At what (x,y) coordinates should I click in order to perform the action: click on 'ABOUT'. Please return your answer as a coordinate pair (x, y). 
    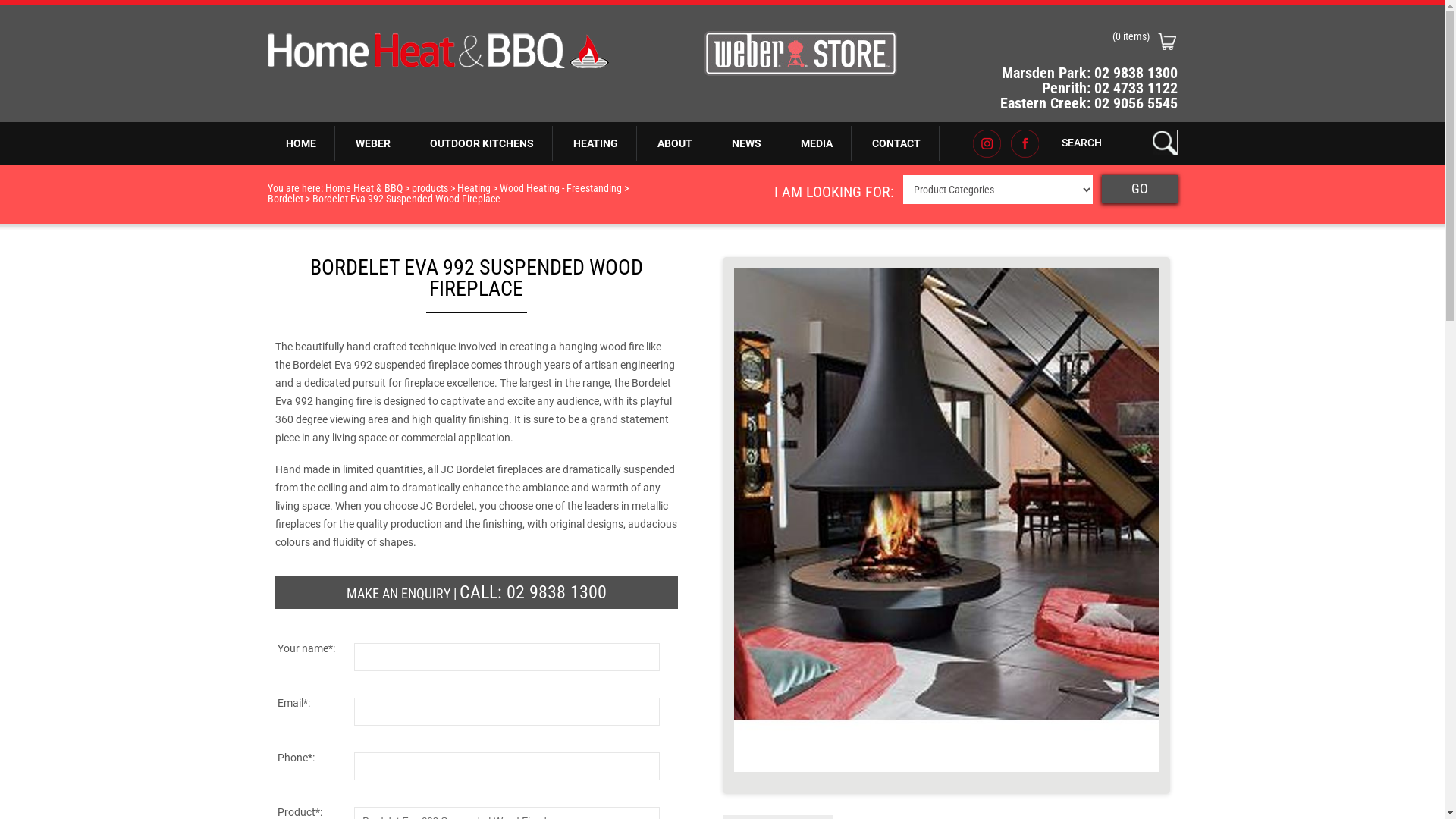
    Looking at the image, I should click on (673, 143).